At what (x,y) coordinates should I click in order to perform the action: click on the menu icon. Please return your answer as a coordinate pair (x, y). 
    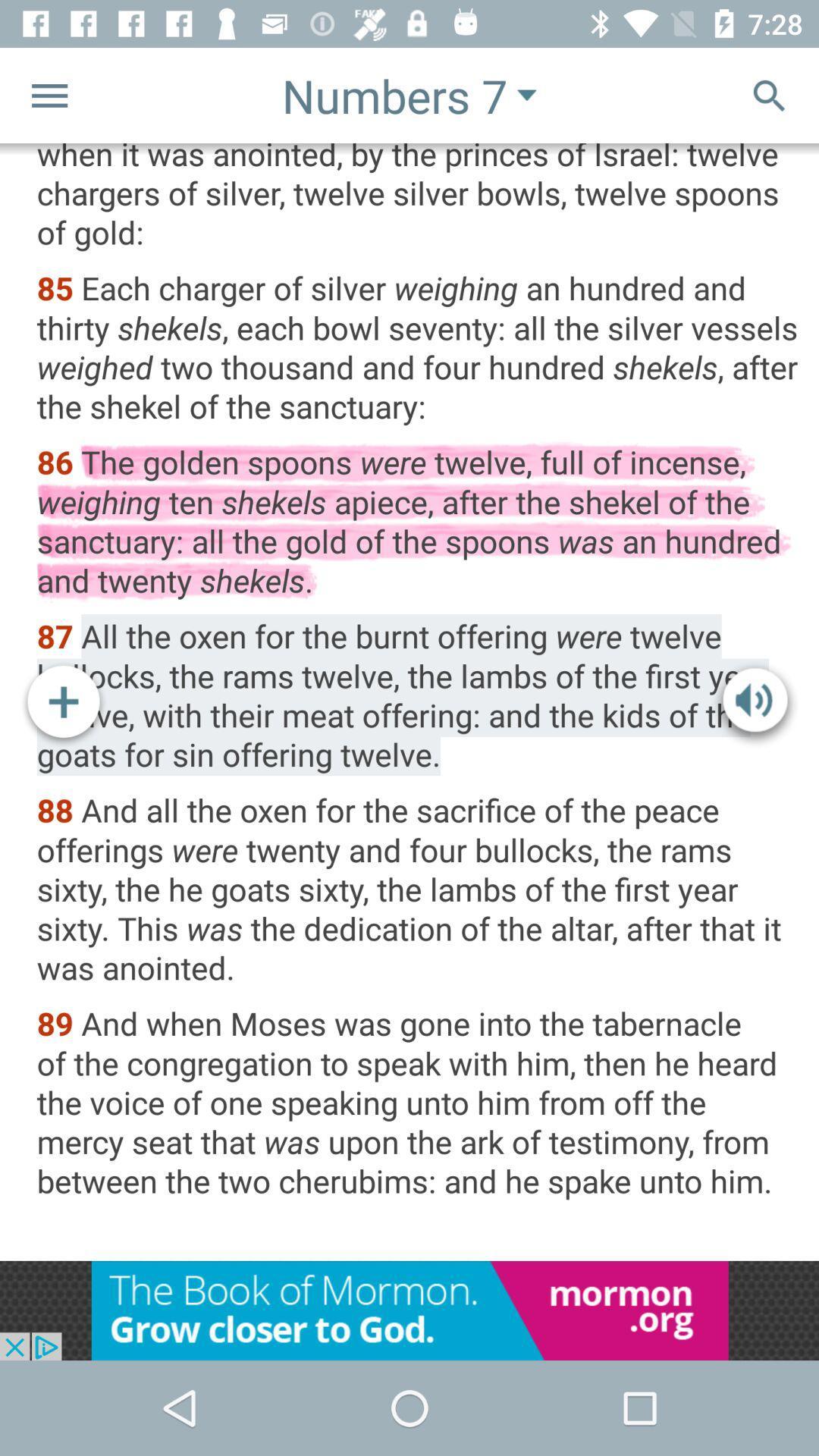
    Looking at the image, I should click on (49, 94).